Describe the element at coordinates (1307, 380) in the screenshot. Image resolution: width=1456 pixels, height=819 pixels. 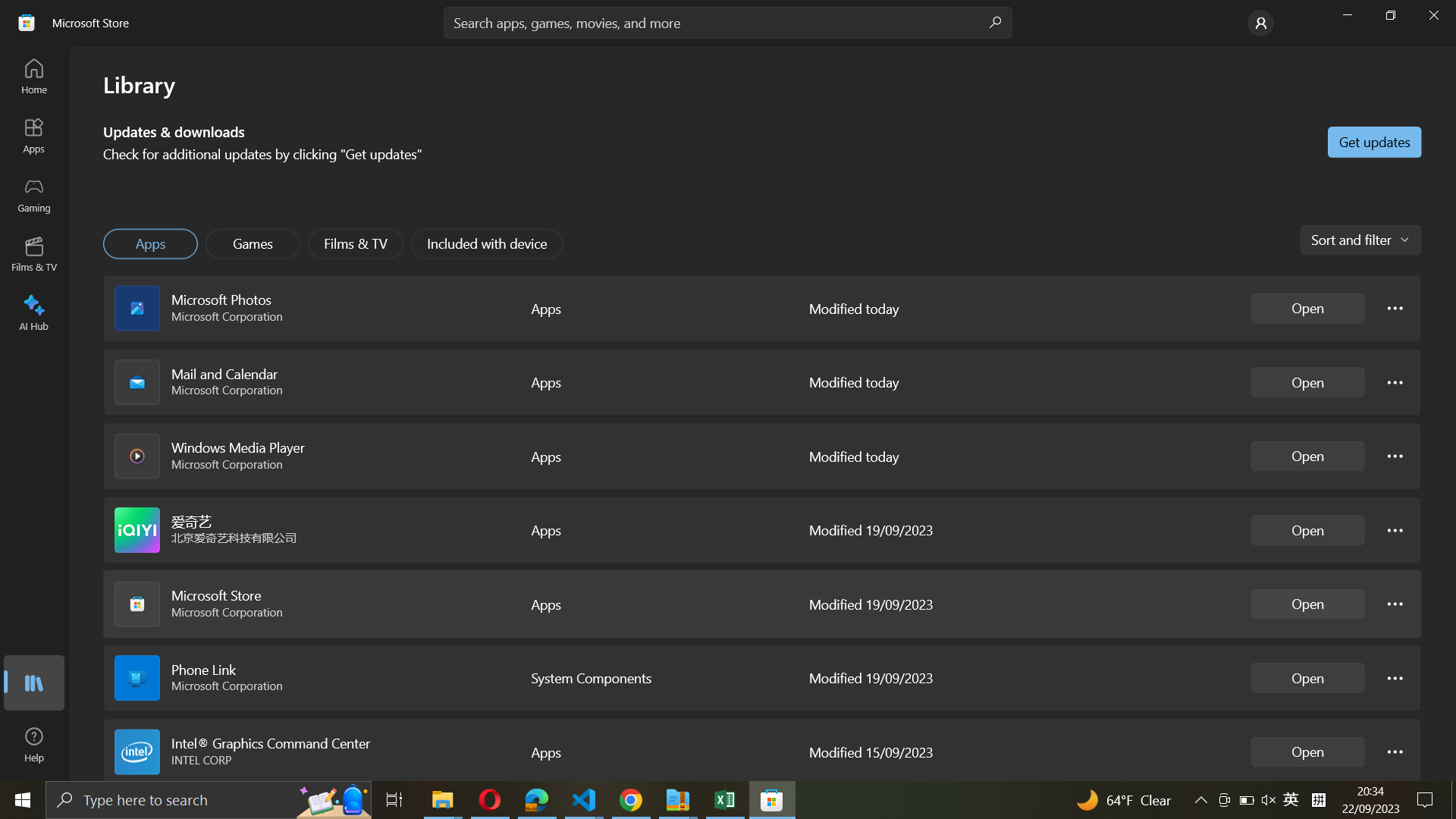
I see `Mail and Calendar program` at that location.